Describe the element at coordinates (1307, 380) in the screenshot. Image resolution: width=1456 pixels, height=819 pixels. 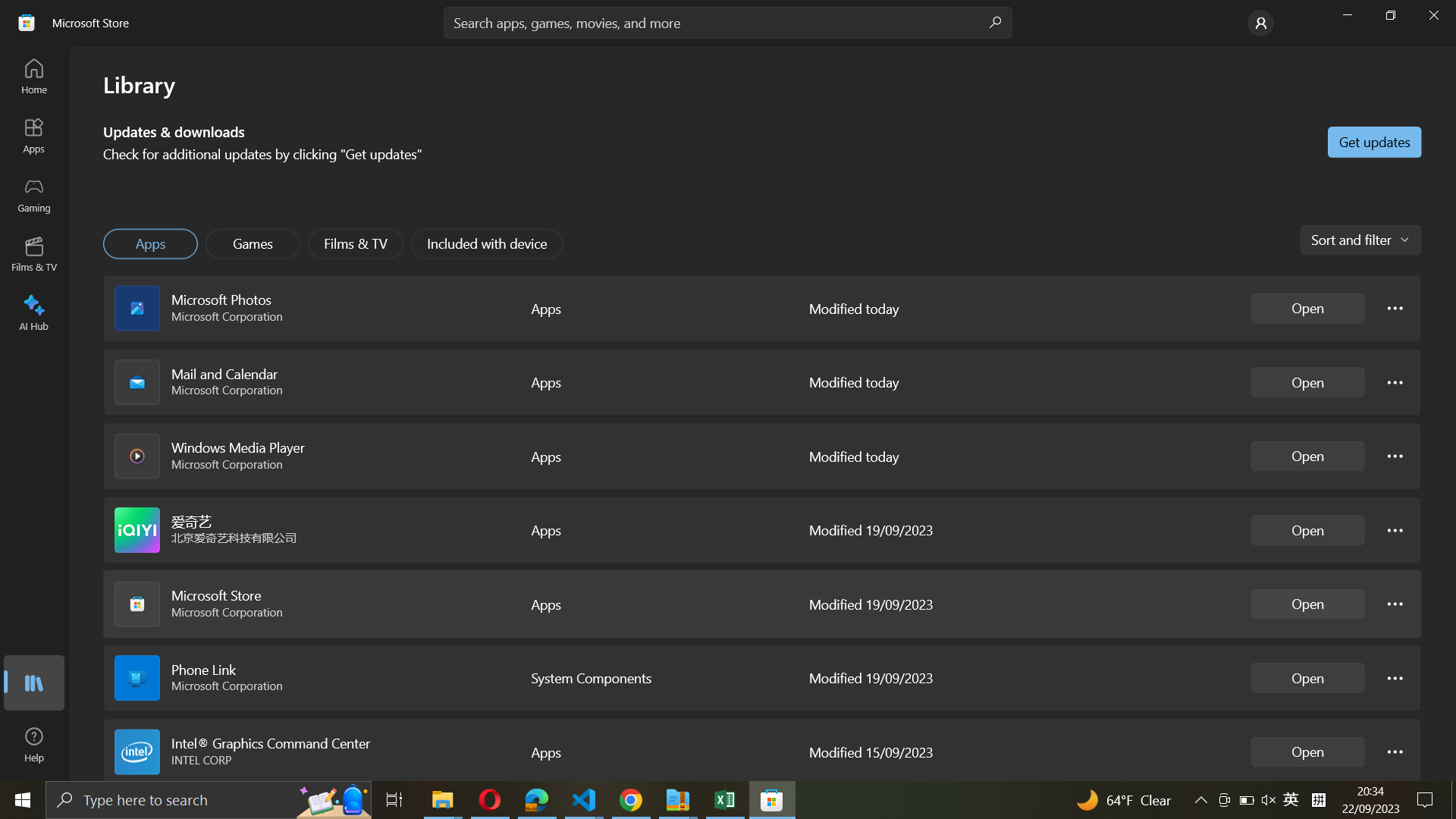
I see `Mail and Calendar program` at that location.